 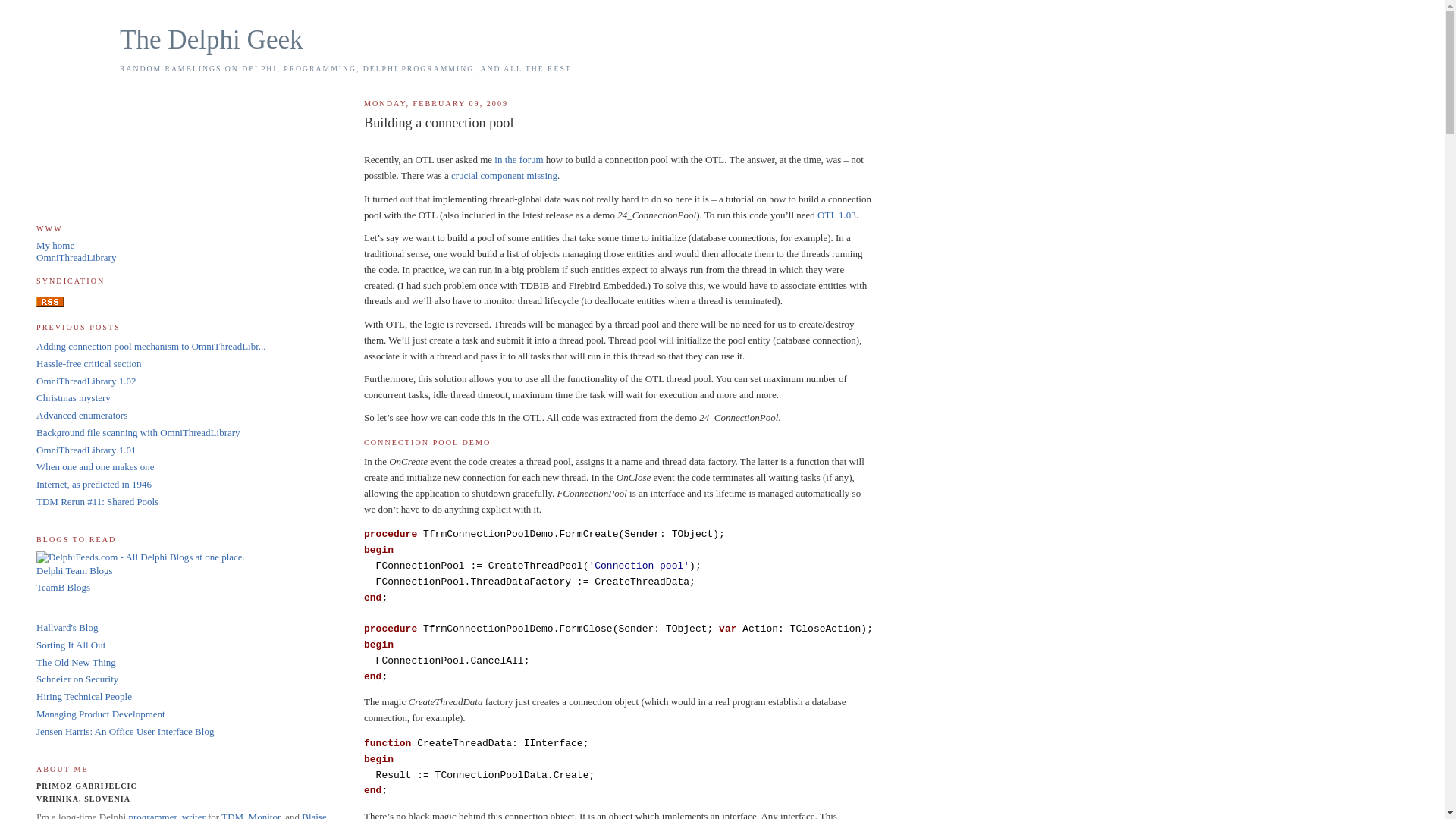 I want to click on 'OmniThreadLibrary 1.01', so click(x=85, y=449).